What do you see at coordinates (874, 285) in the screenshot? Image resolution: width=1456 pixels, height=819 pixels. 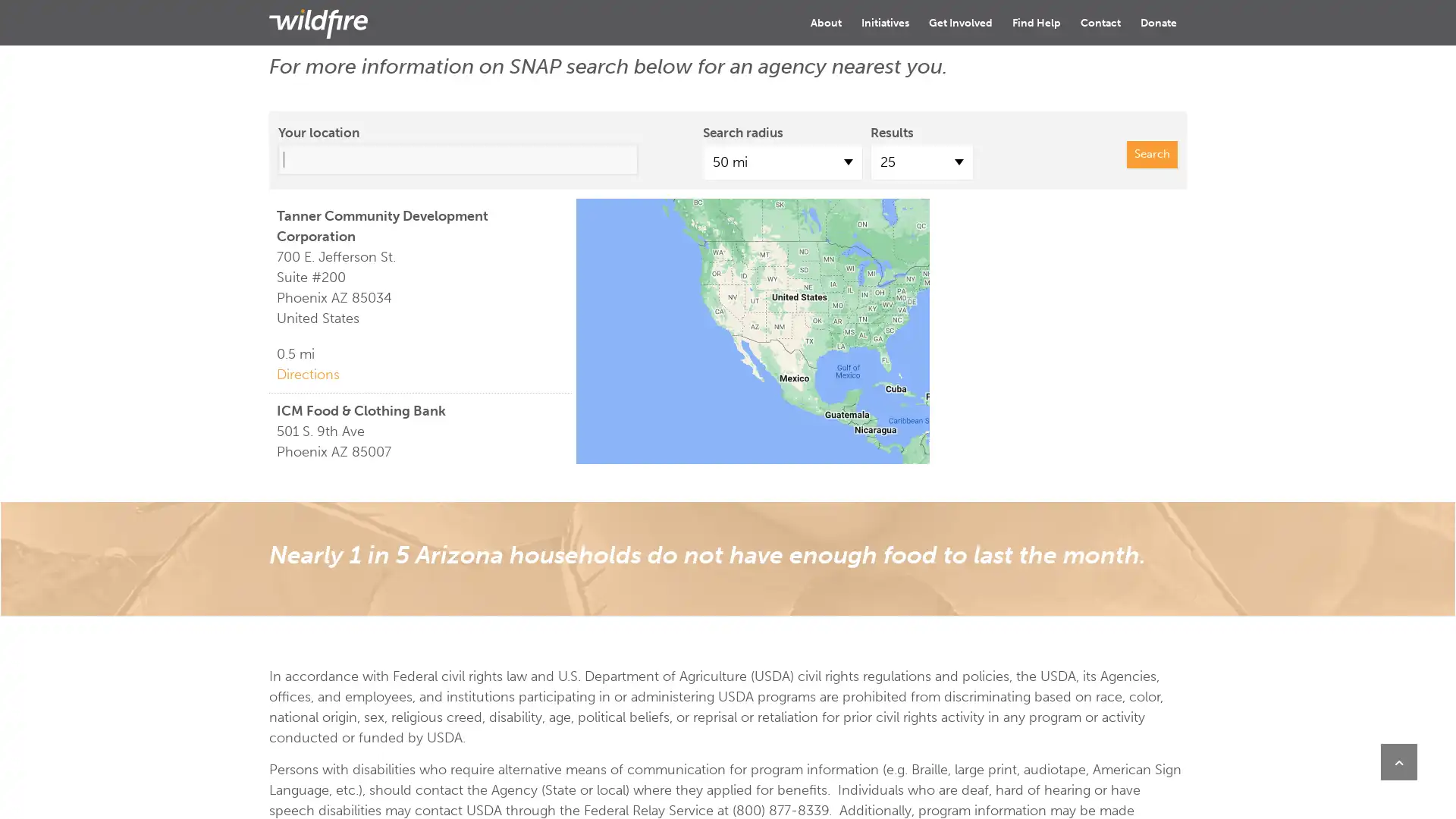 I see `Phoenix Indian Center` at bounding box center [874, 285].